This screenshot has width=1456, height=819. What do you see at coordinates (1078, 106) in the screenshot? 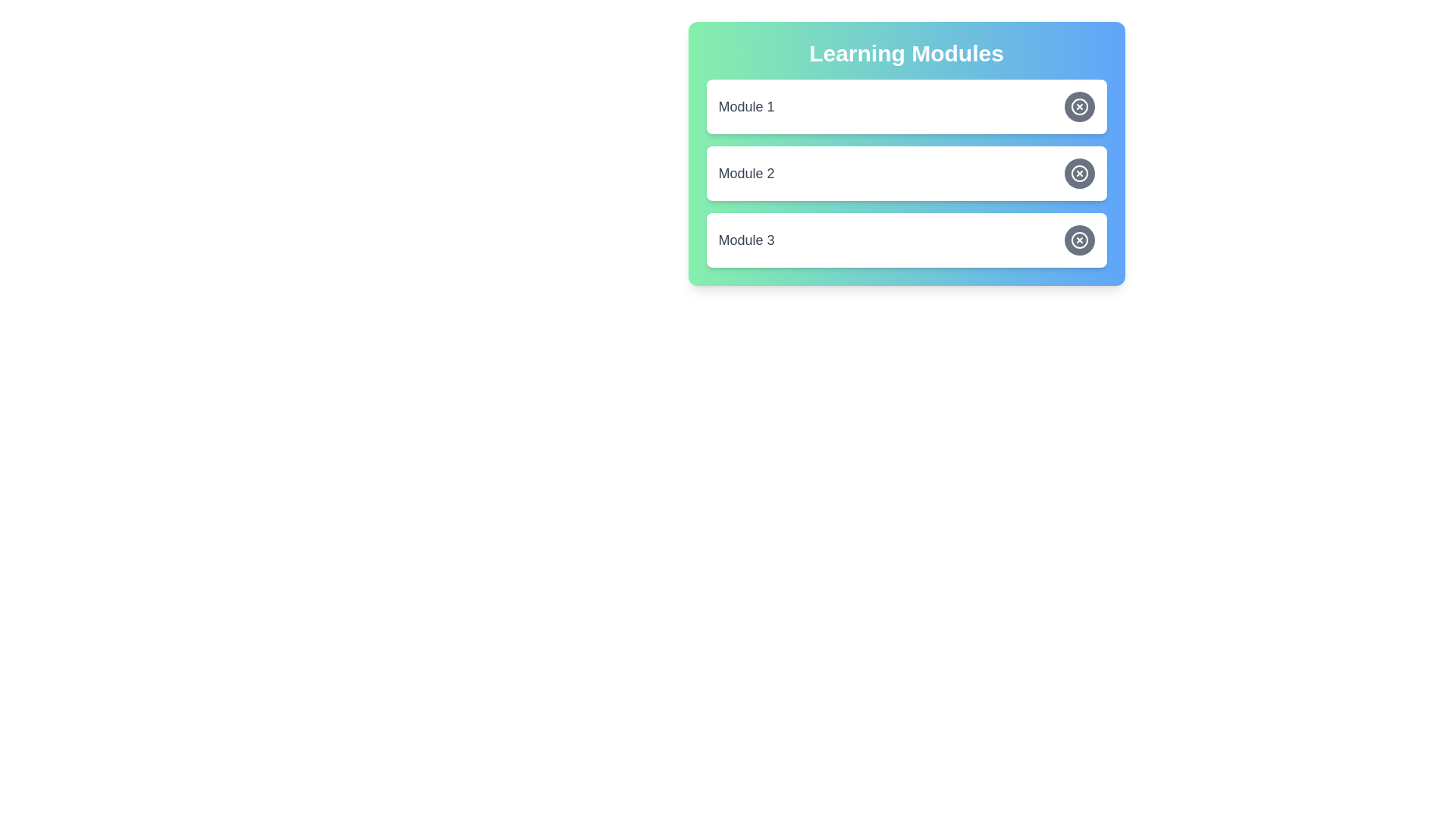
I see `the toggle button for 'Module 1' to change its state` at bounding box center [1078, 106].